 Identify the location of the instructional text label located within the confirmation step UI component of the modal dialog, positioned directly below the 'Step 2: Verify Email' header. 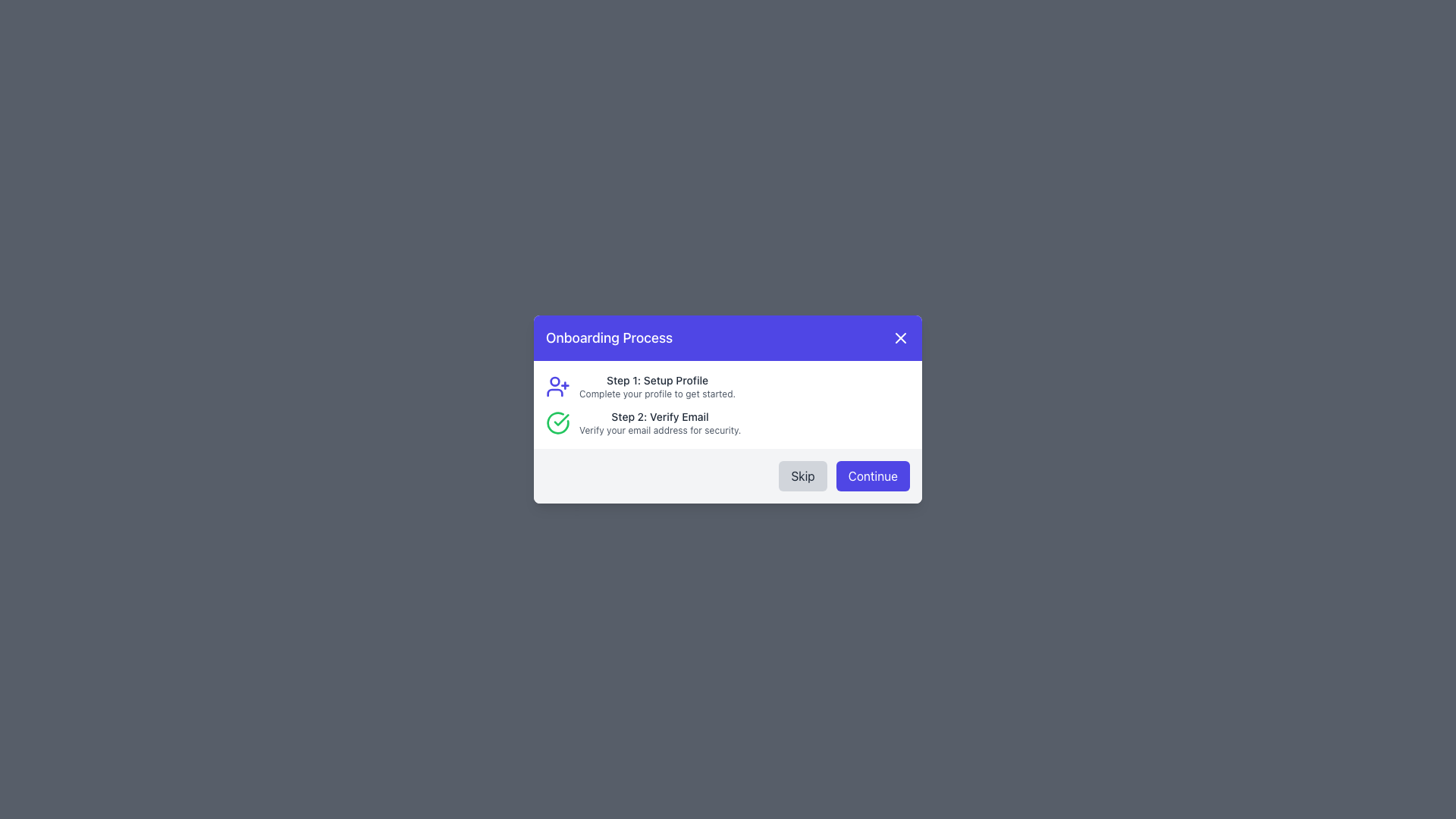
(660, 430).